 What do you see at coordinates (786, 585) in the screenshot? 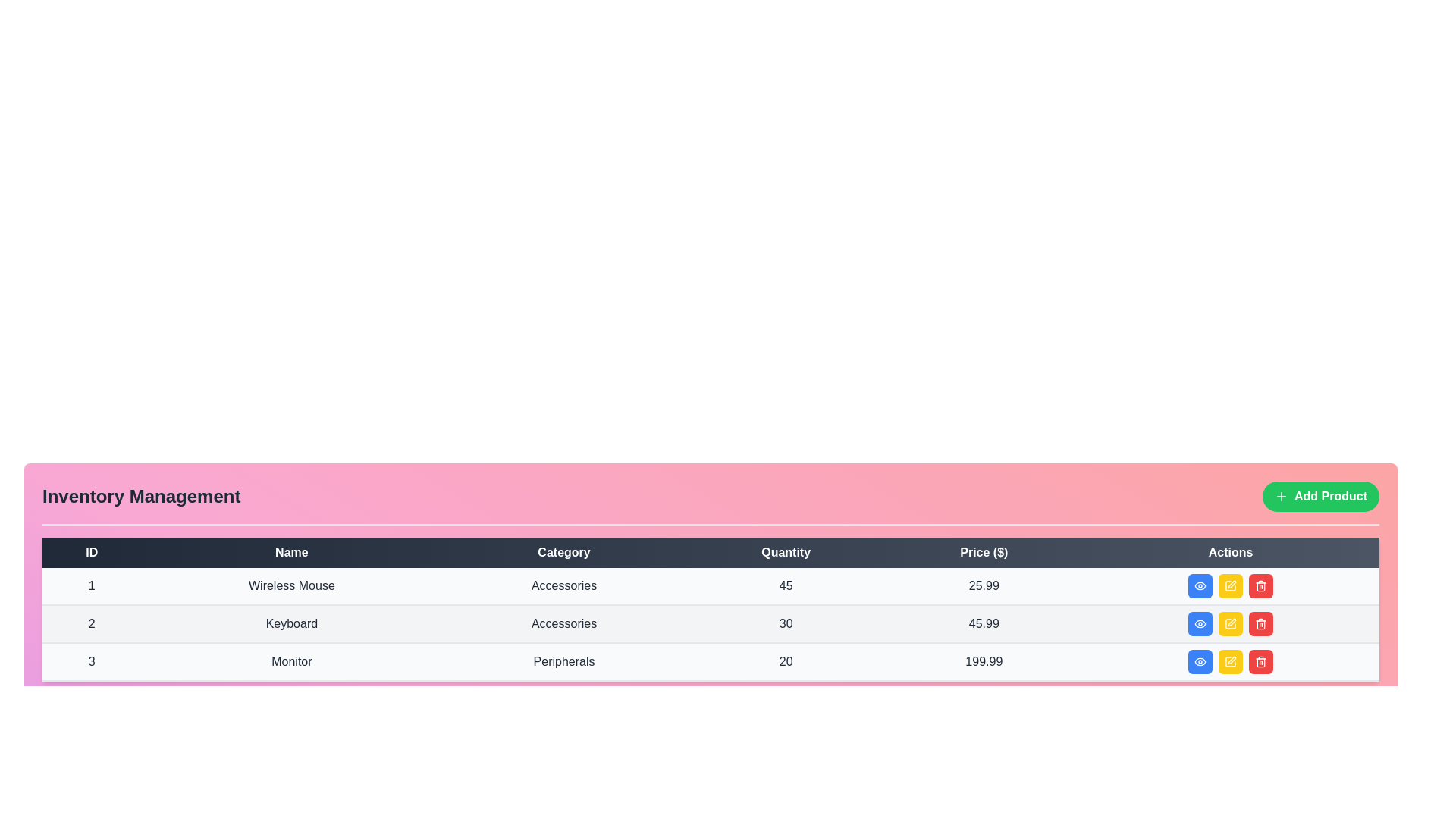
I see `the static text element displaying the number '45' in the 'Quantity' column of the table for 'Wireless Mouse'` at bounding box center [786, 585].